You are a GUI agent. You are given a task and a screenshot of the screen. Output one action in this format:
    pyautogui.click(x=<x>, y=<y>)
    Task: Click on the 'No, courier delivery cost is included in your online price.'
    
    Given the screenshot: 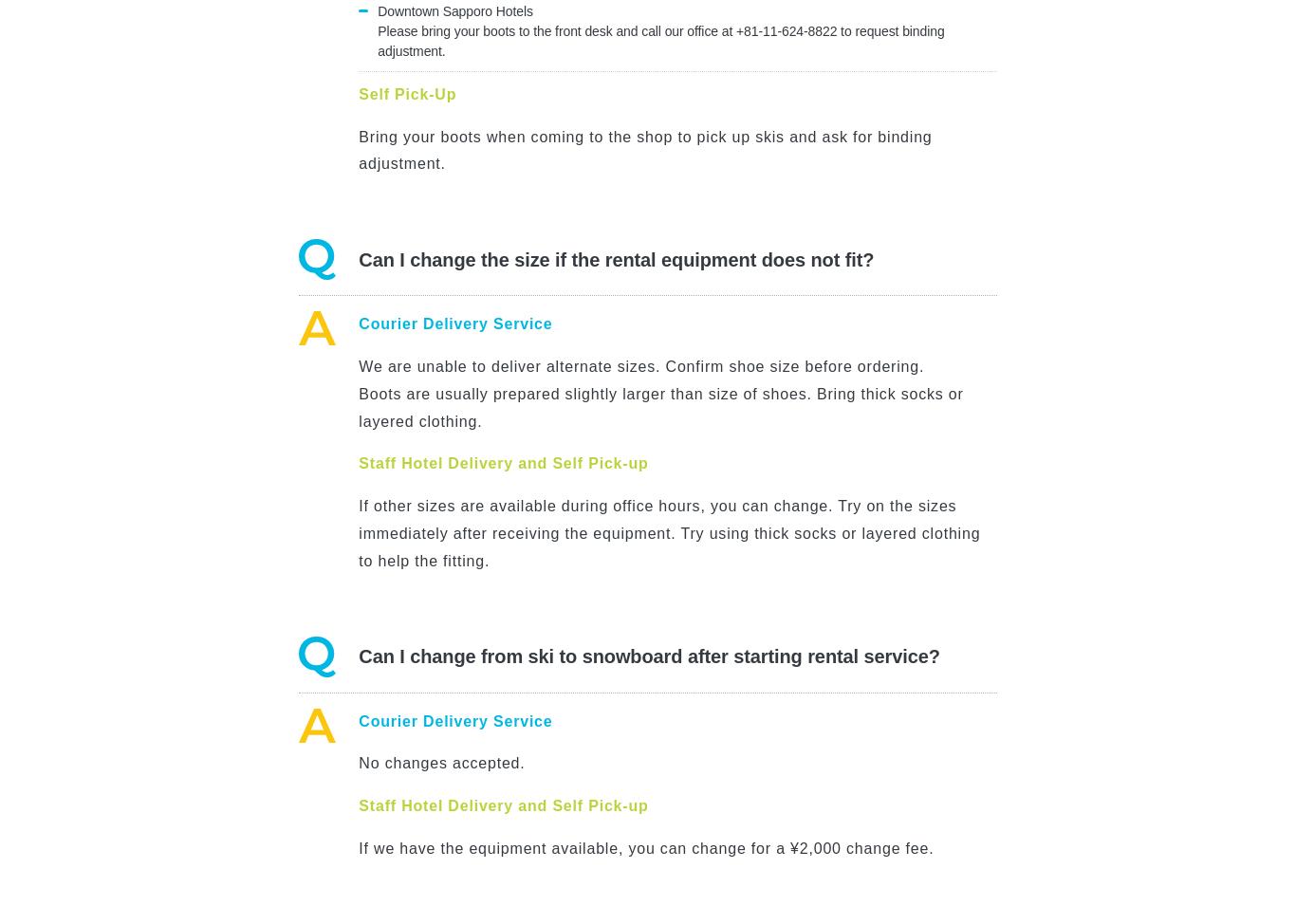 What is the action you would take?
    pyautogui.click(x=566, y=145)
    